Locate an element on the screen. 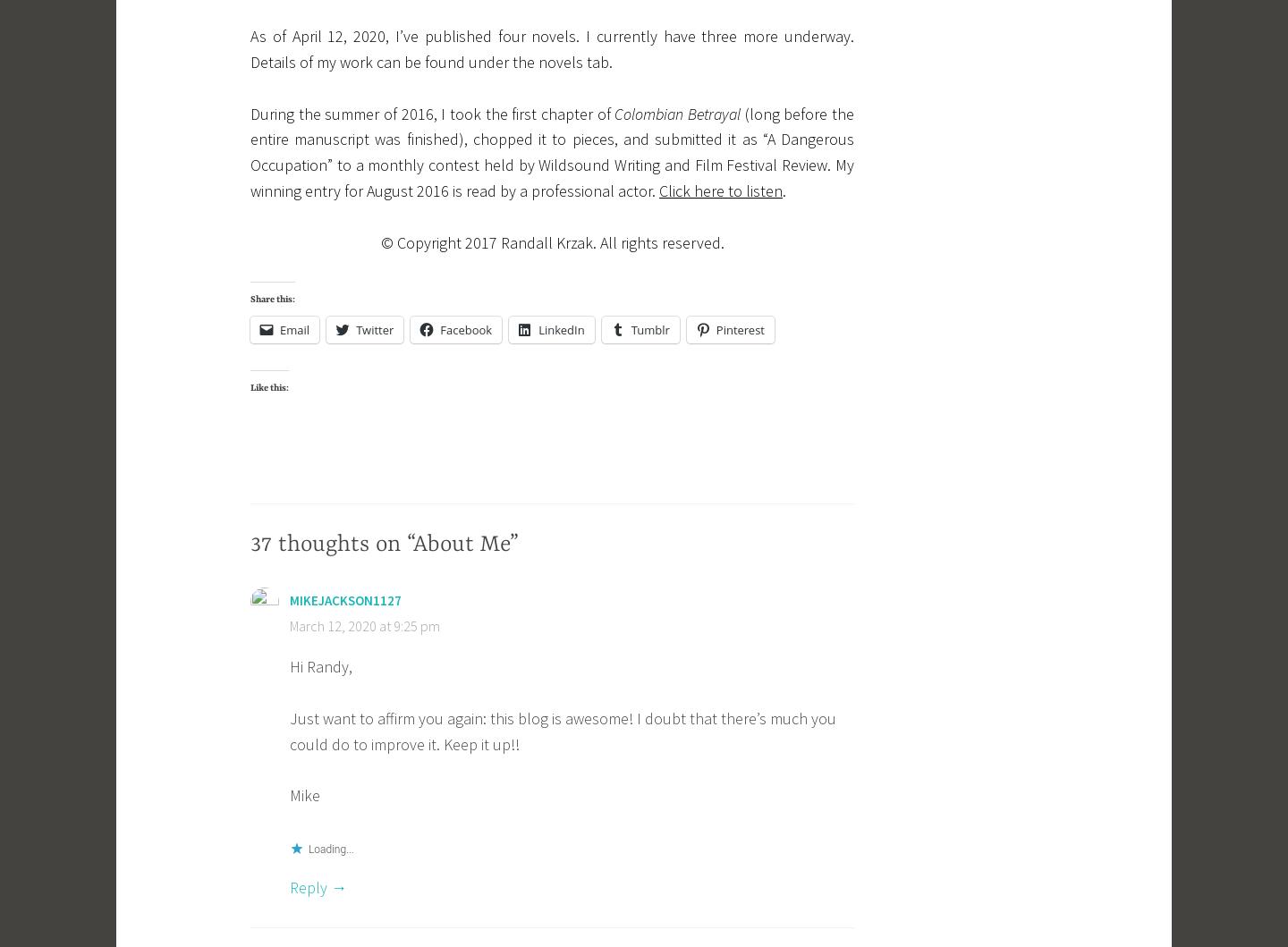 The image size is (1288, 947). 'Hi Randy,' is located at coordinates (320, 665).